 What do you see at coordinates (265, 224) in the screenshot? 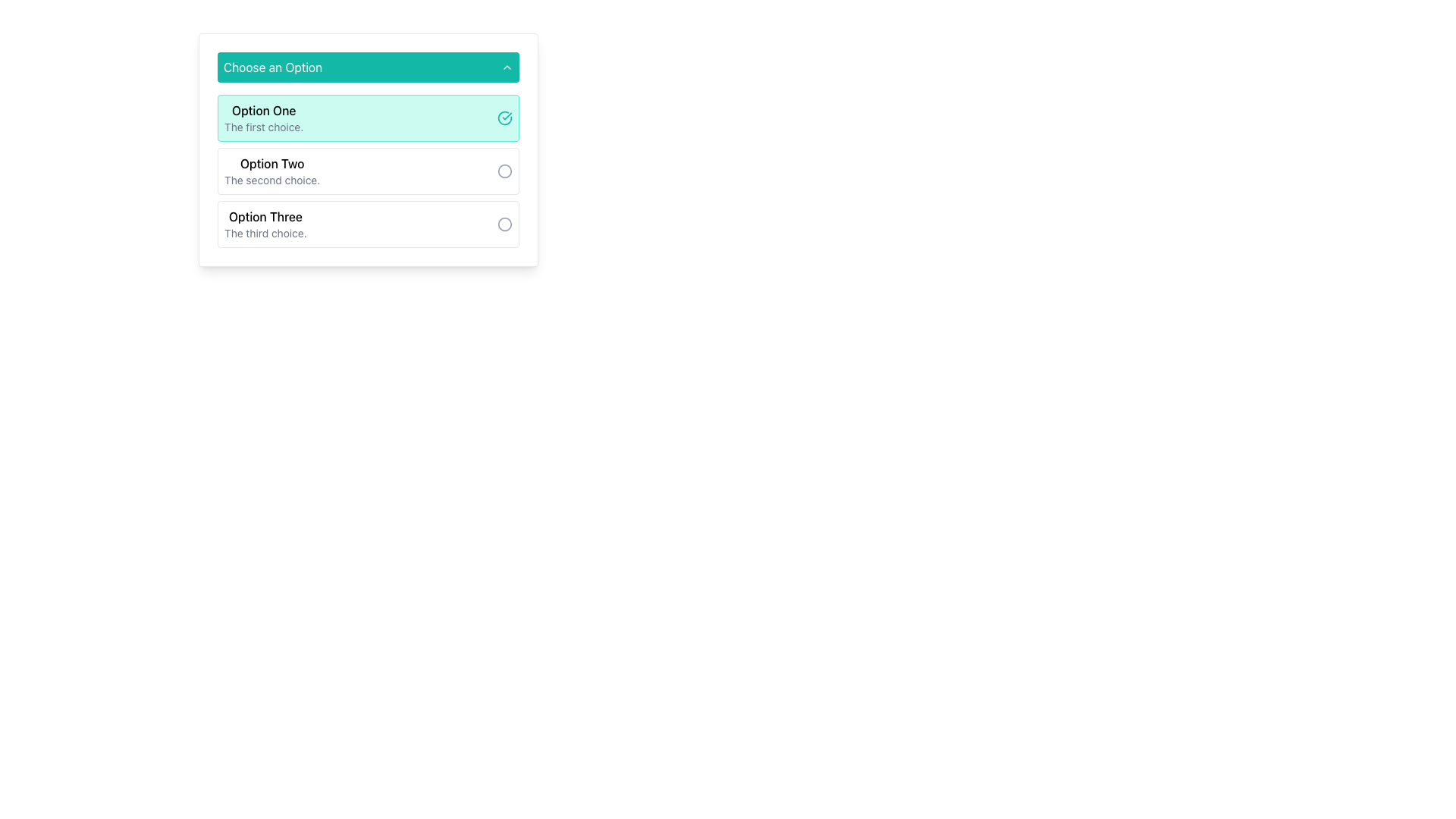
I see `the third option in the dropdown list labeled 'Choose an Option', which is positioned below 'Option One' and 'Option Two'` at bounding box center [265, 224].